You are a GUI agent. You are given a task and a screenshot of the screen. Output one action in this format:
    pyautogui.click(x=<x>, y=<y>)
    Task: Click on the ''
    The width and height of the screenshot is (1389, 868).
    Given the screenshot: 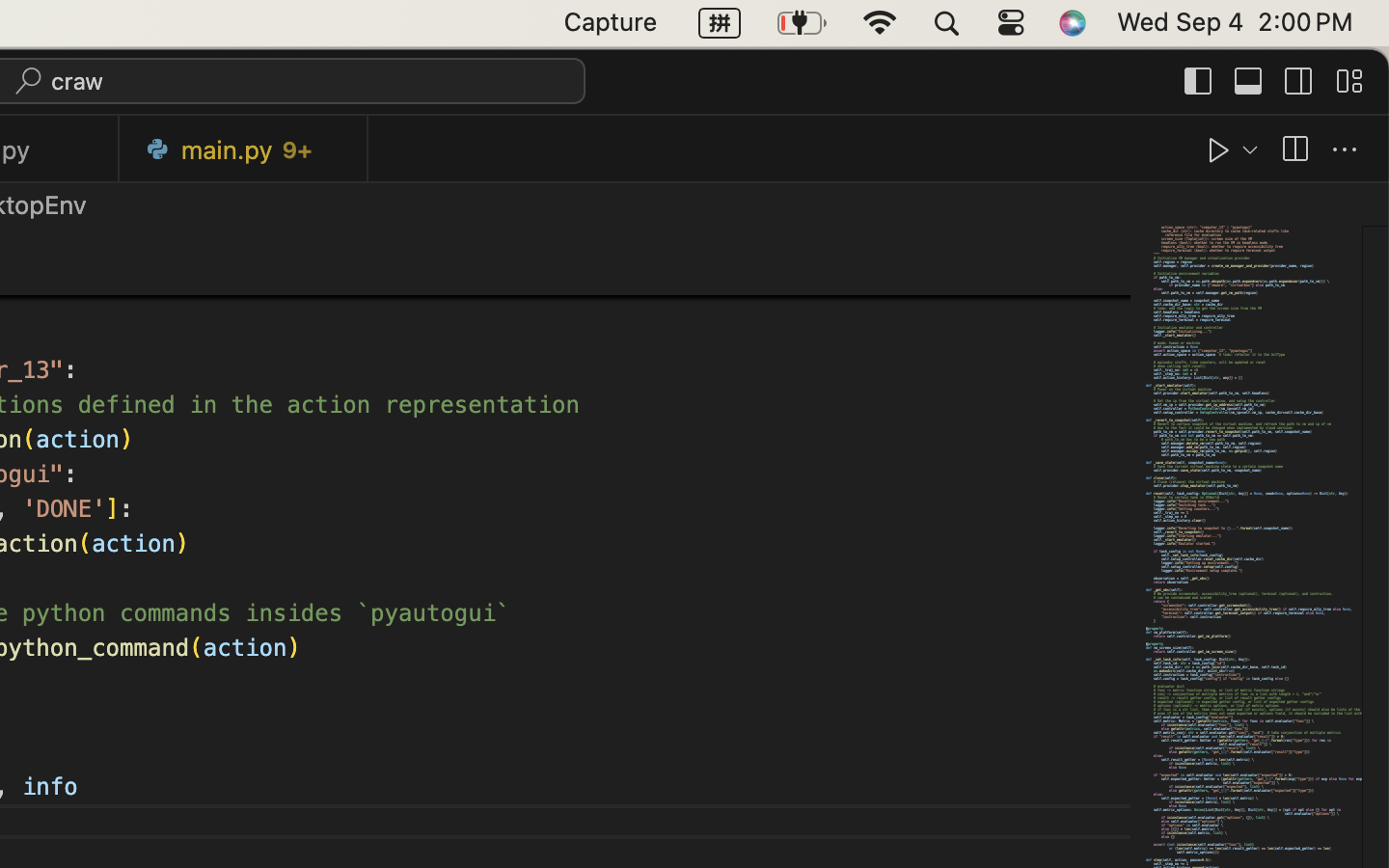 What is the action you would take?
    pyautogui.click(x=1293, y=149)
    